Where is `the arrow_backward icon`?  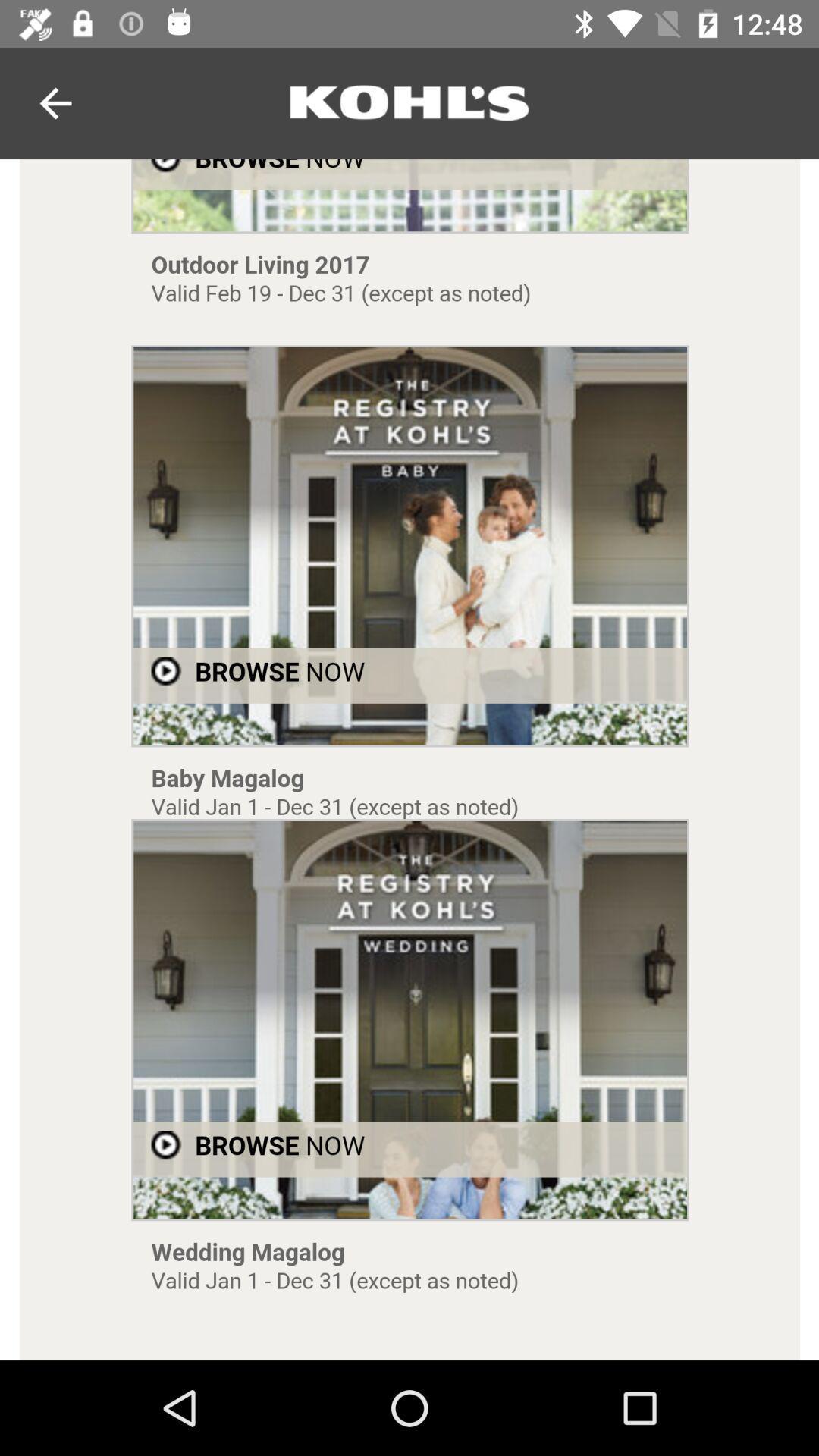 the arrow_backward icon is located at coordinates (55, 102).